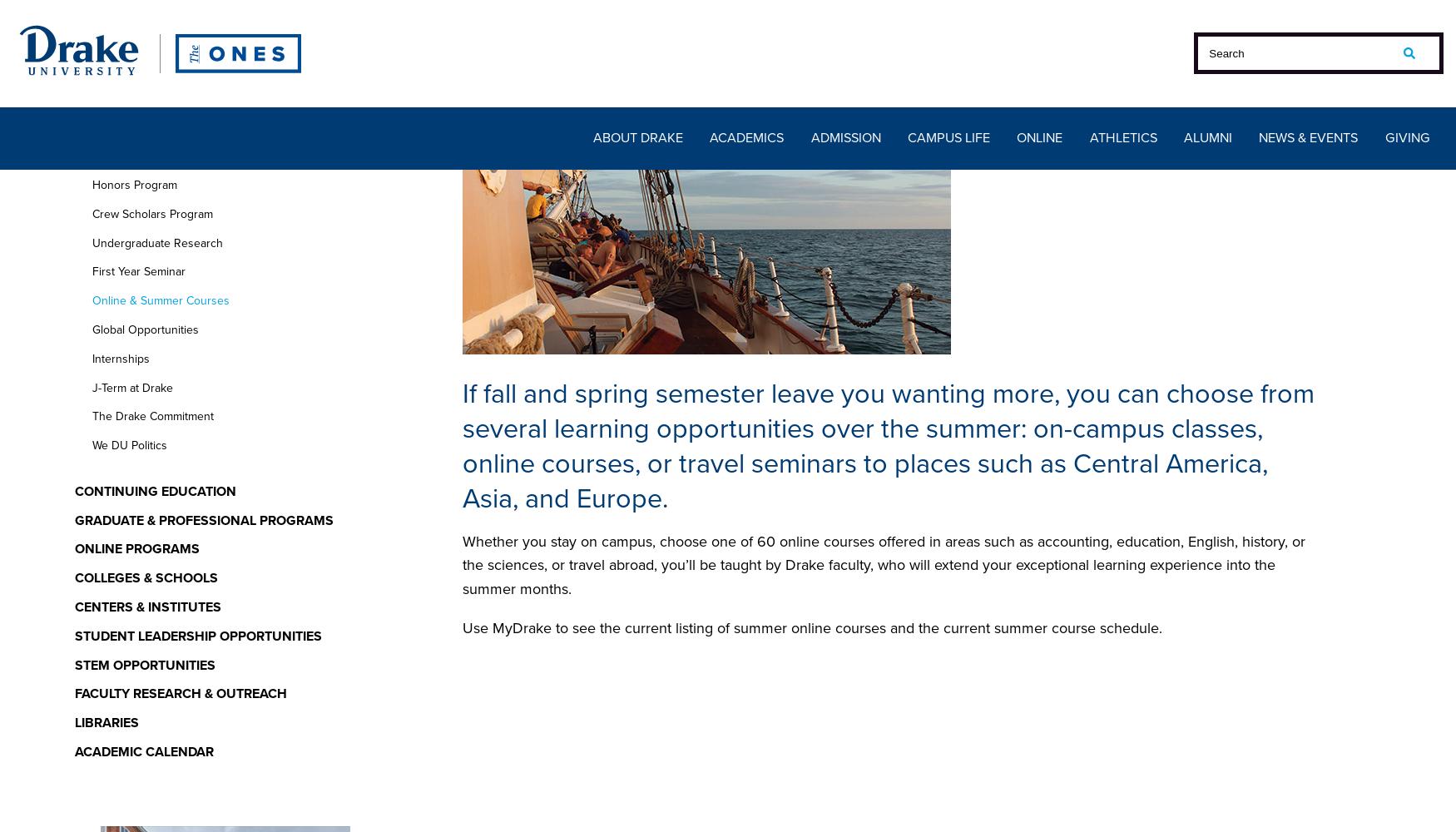 This screenshot has height=832, width=1456. I want to click on 'The Drake Commitment', so click(151, 416).